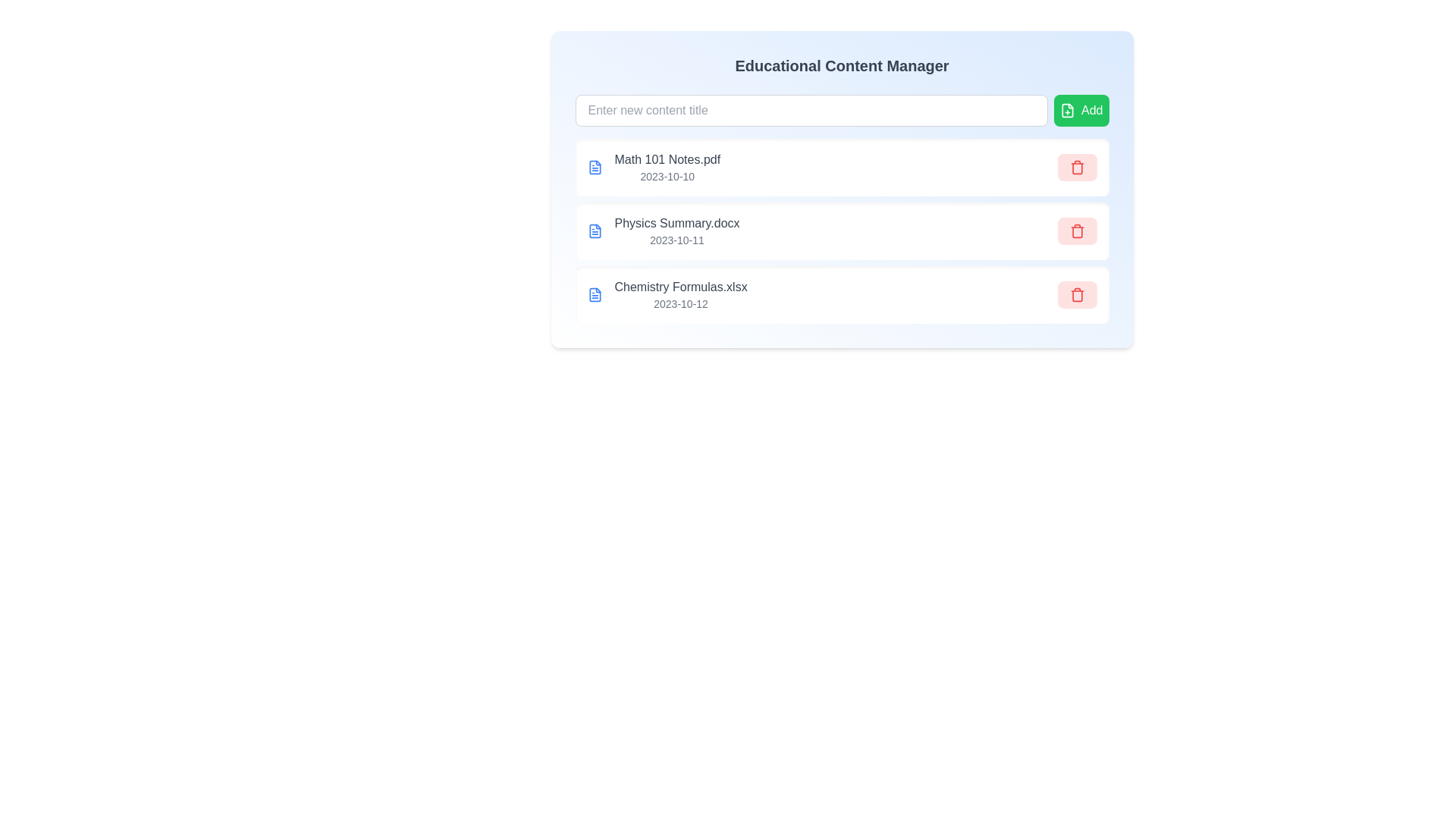  What do you see at coordinates (594, 167) in the screenshot?
I see `the small blue file icon representing 'Math 101 Notes.pdf' located on the left side of the first row in the document list` at bounding box center [594, 167].